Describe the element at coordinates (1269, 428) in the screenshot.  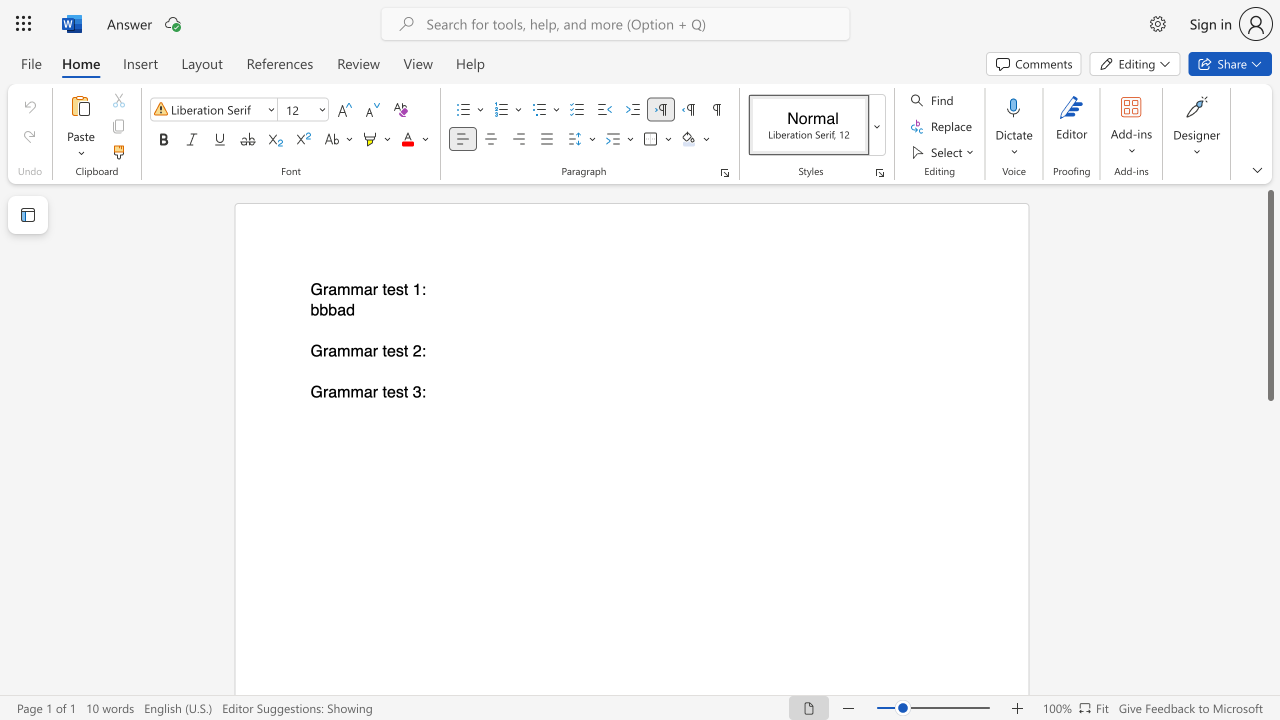
I see `the scrollbar on the side` at that location.